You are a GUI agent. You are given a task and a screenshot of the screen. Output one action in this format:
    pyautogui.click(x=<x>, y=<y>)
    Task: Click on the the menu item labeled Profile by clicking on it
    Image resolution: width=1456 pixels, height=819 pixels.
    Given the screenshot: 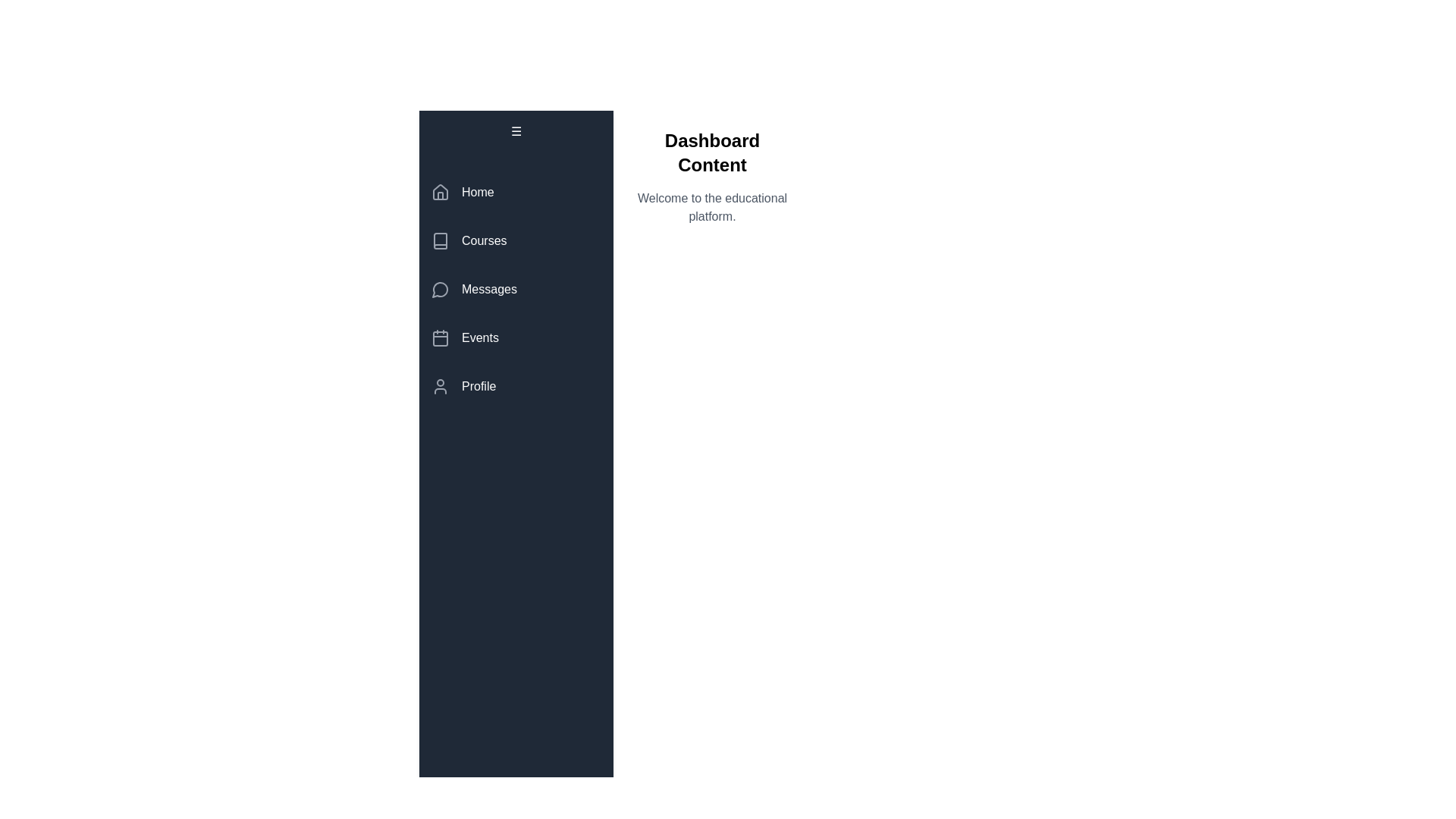 What is the action you would take?
    pyautogui.click(x=516, y=385)
    